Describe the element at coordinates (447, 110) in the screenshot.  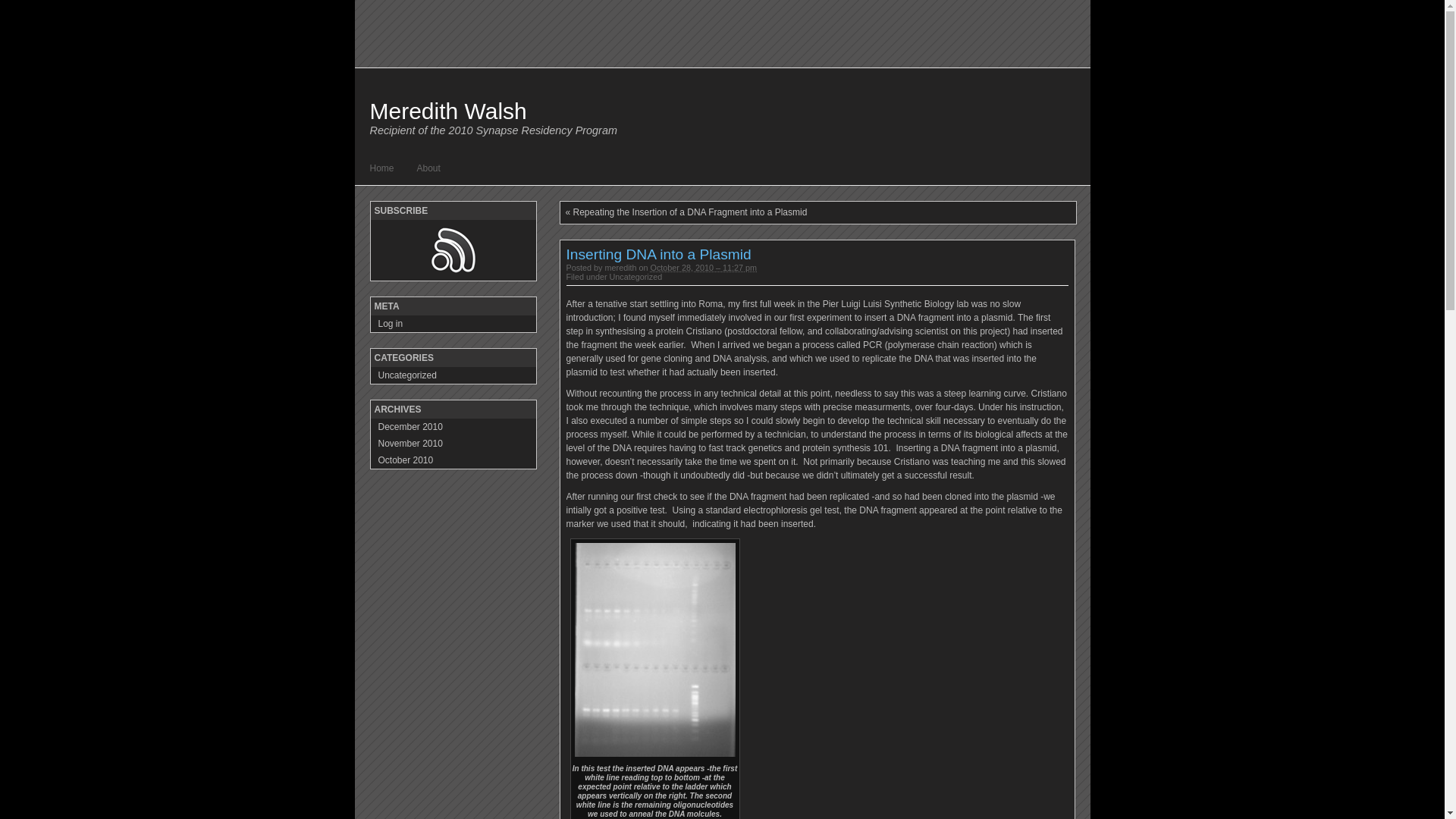
I see `'Meredith Walsh'` at that location.